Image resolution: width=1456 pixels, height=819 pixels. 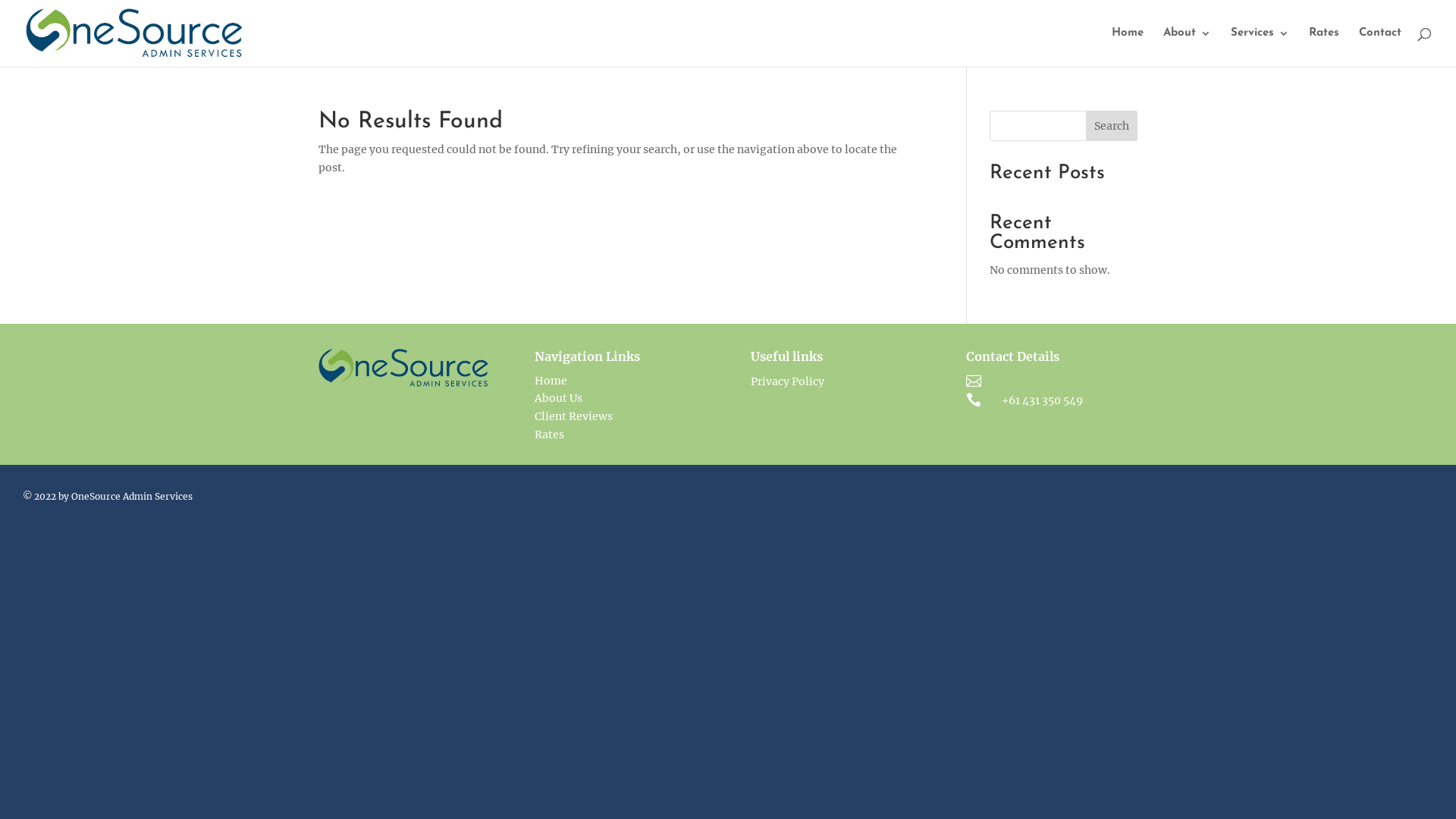 I want to click on 'Rates', so click(x=548, y=435).